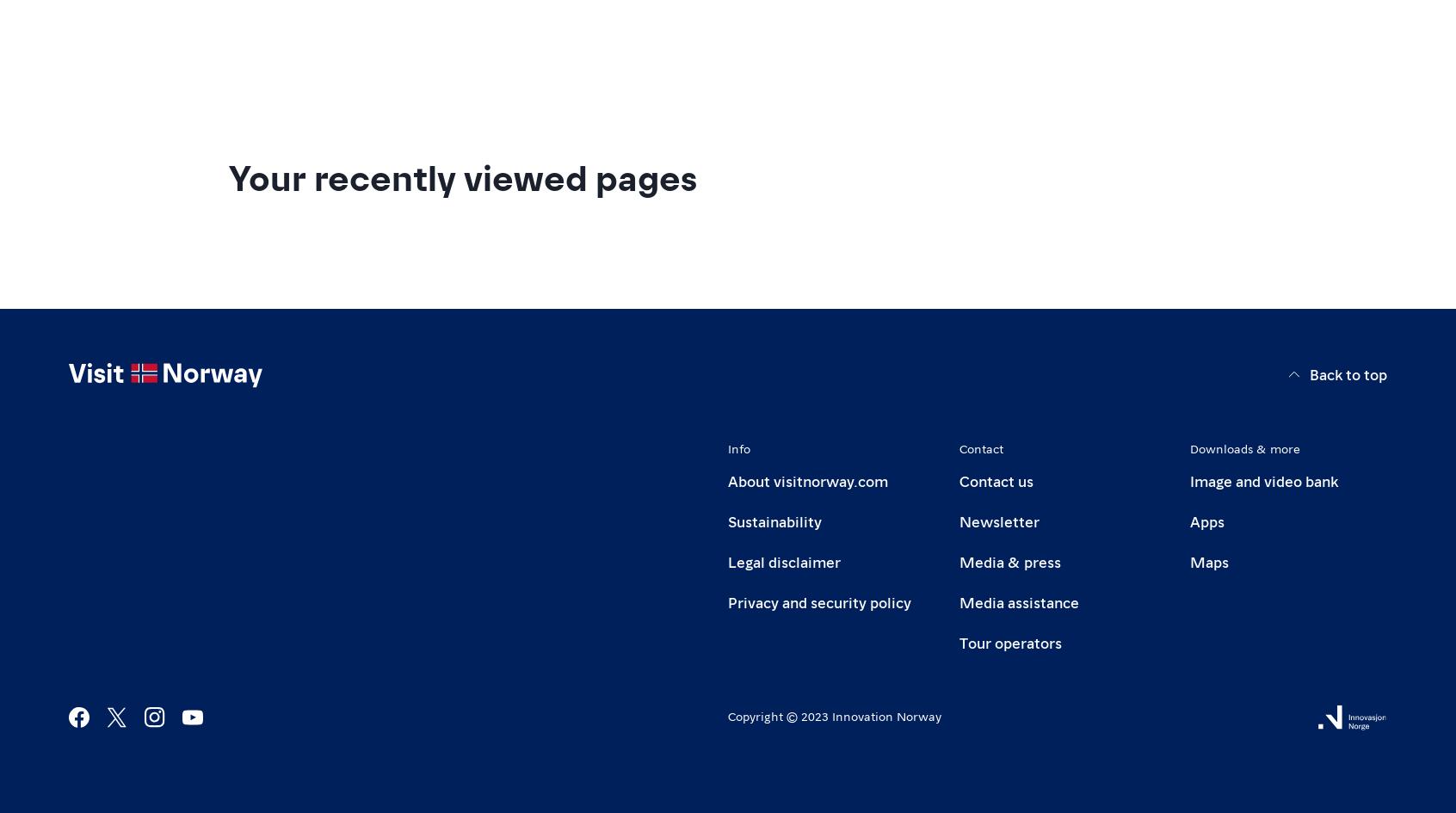  What do you see at coordinates (389, 124) in the screenshot?
I see `'Skulpturlandskap Nordland'` at bounding box center [389, 124].